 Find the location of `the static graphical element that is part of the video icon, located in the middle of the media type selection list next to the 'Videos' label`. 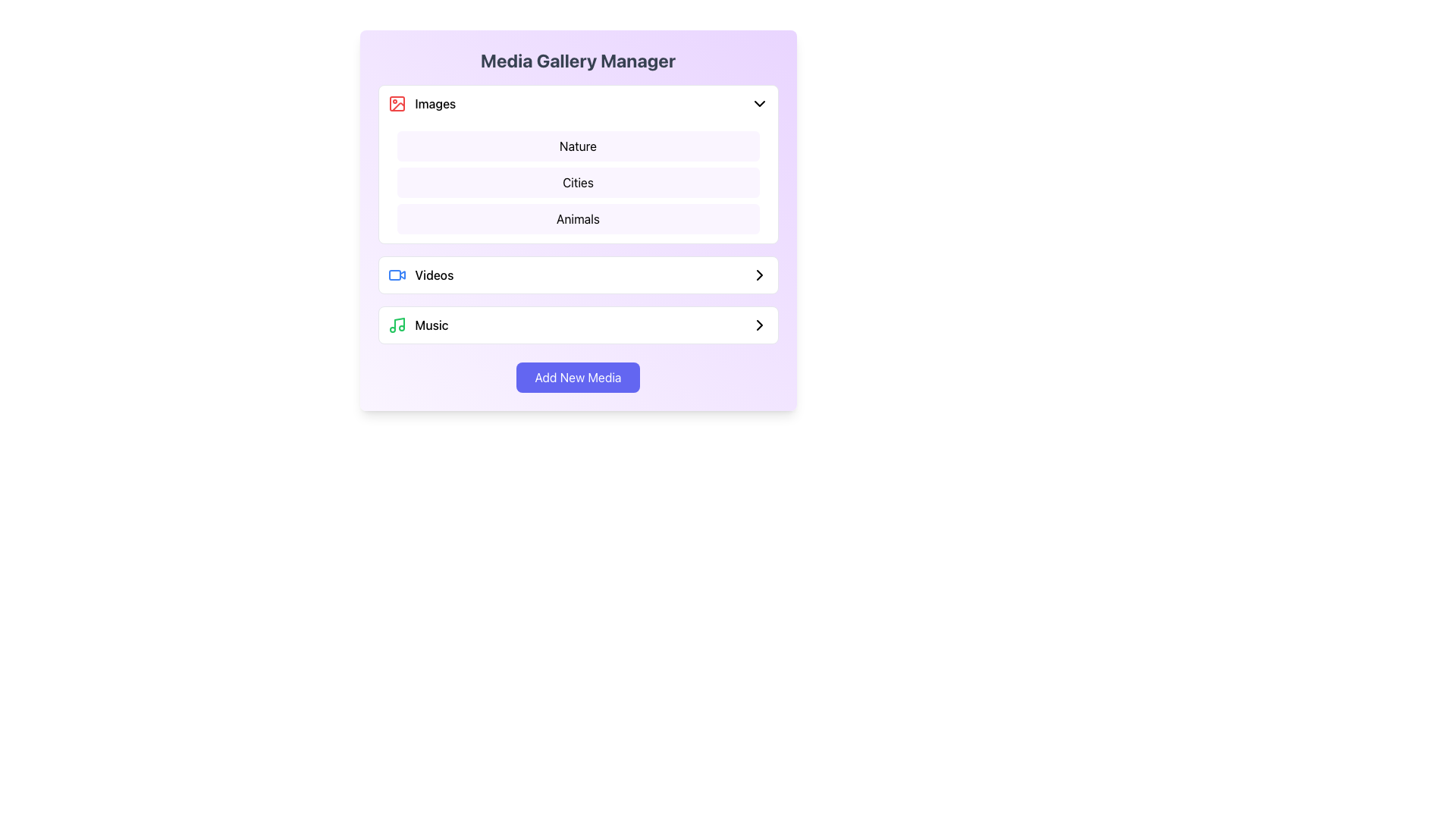

the static graphical element that is part of the video icon, located in the middle of the media type selection list next to the 'Videos' label is located at coordinates (394, 275).